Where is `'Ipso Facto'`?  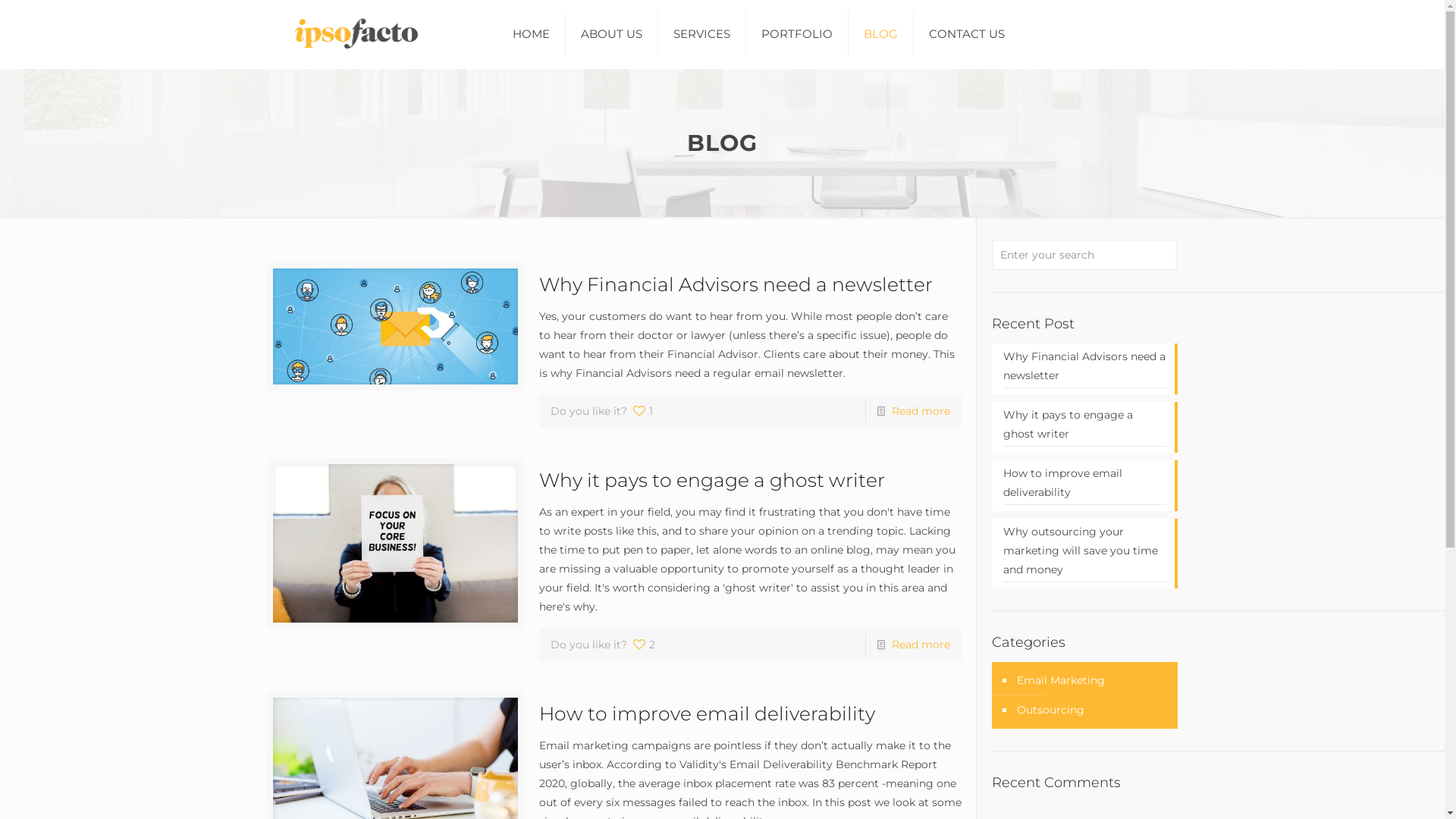 'Ipso Facto' is located at coordinates (350, 34).